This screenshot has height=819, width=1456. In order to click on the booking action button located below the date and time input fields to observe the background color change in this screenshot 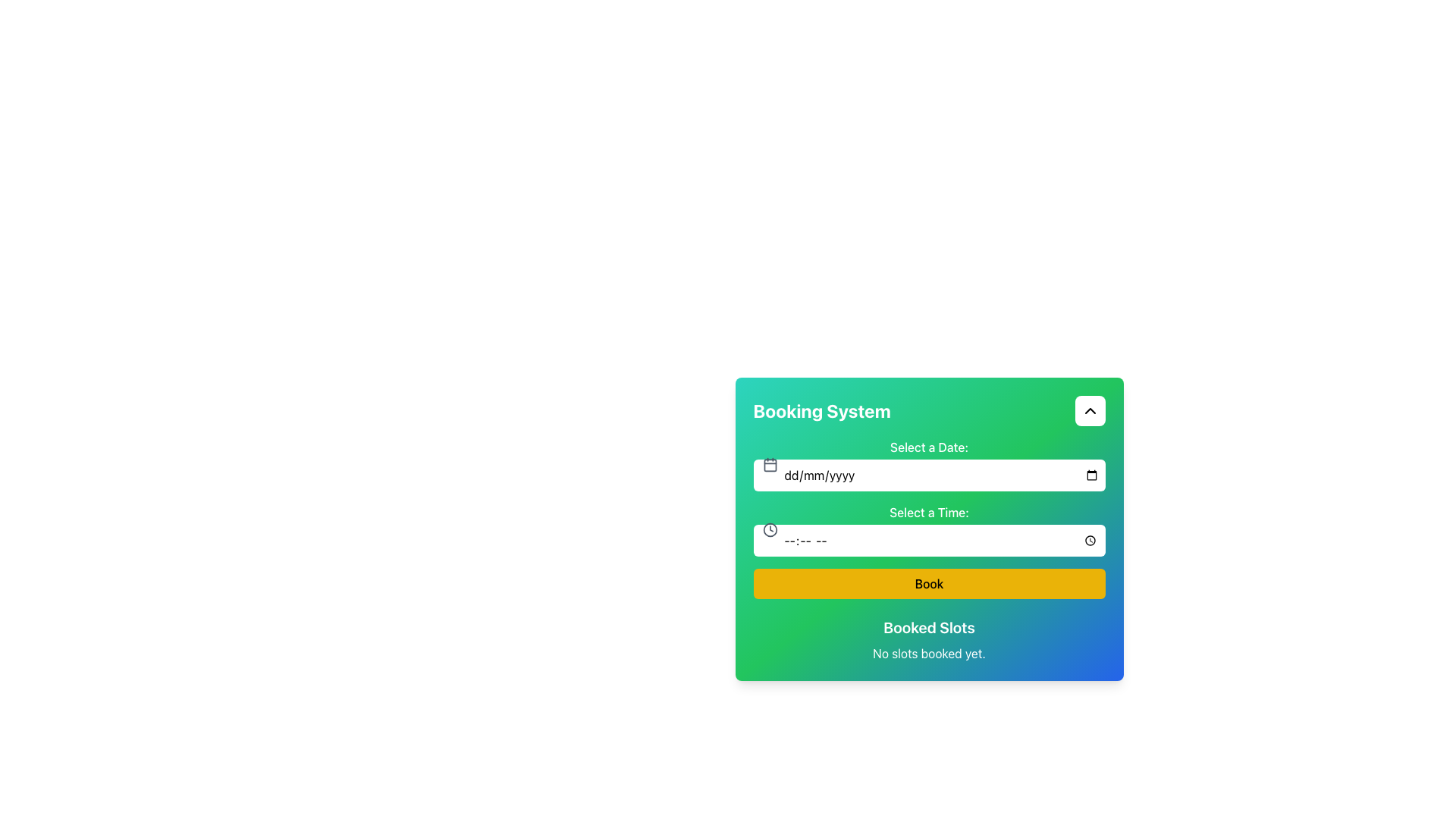, I will do `click(928, 583)`.